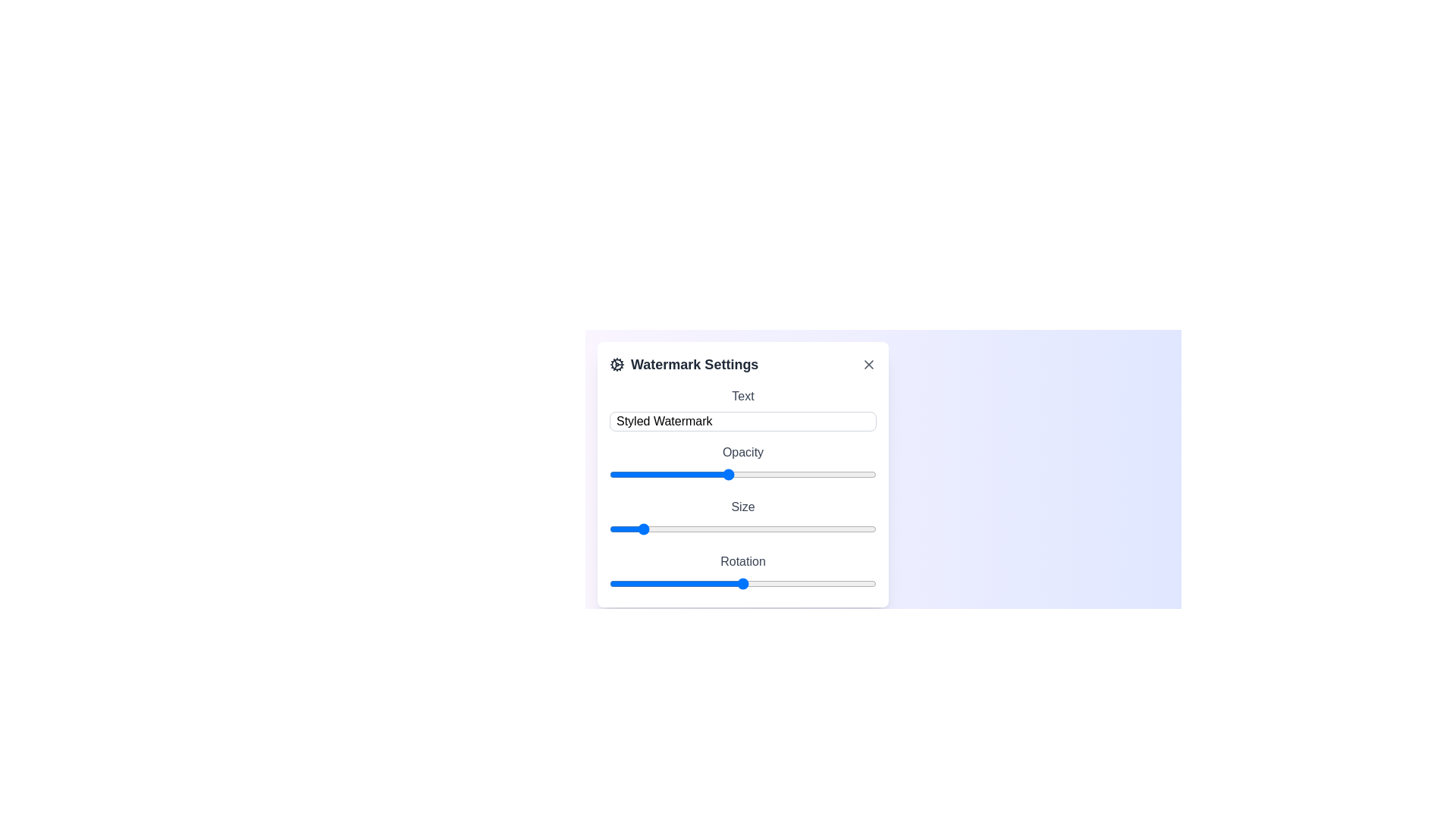  Describe the element at coordinates (617, 365) in the screenshot. I see `the settings icon, which resembles a cogwheel and is located to the left of the 'Watermark Settings' text in the header section of the settings dialog` at that location.